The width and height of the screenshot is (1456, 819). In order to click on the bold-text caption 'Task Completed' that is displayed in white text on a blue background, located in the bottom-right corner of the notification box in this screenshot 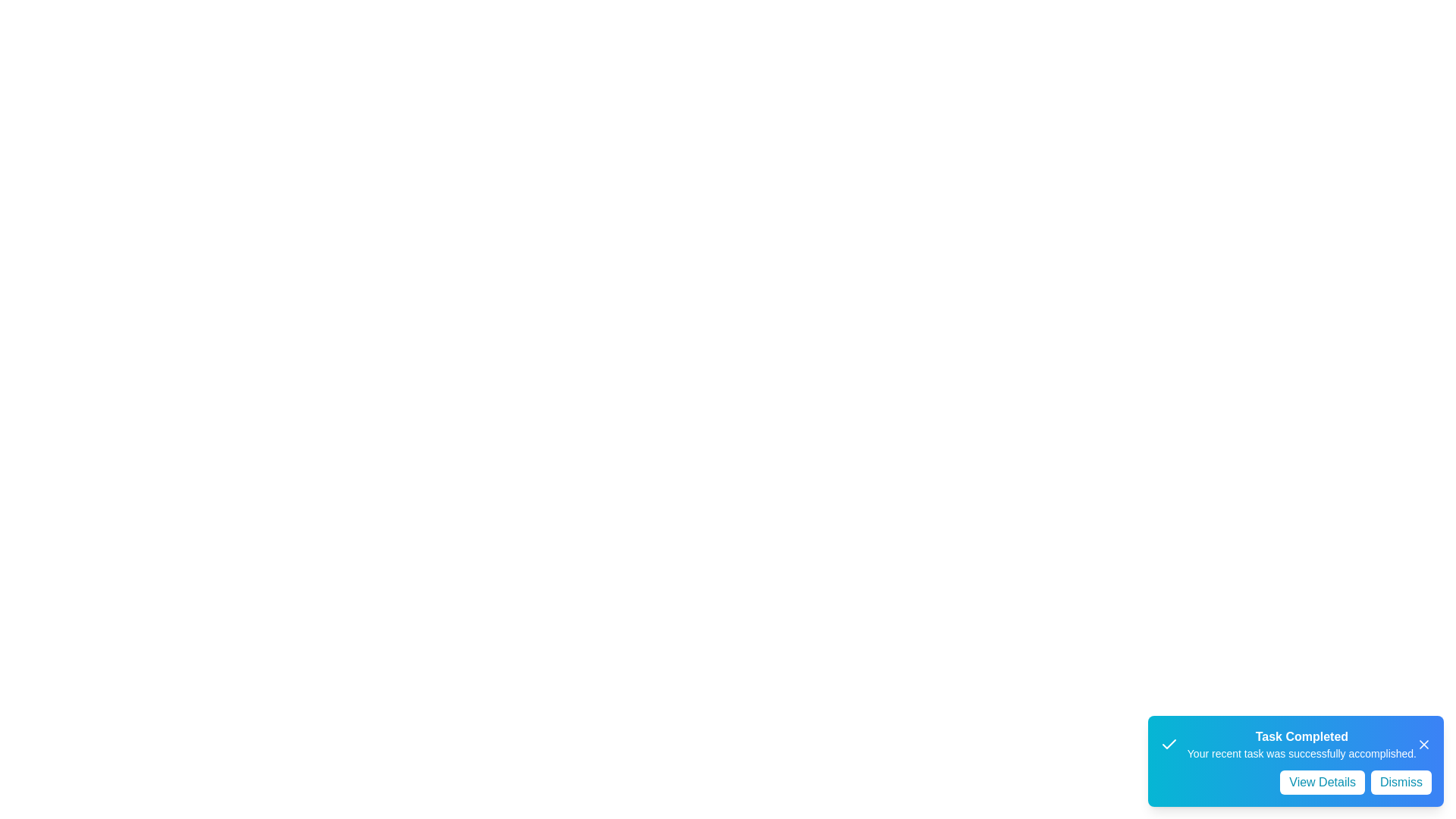, I will do `click(1301, 736)`.